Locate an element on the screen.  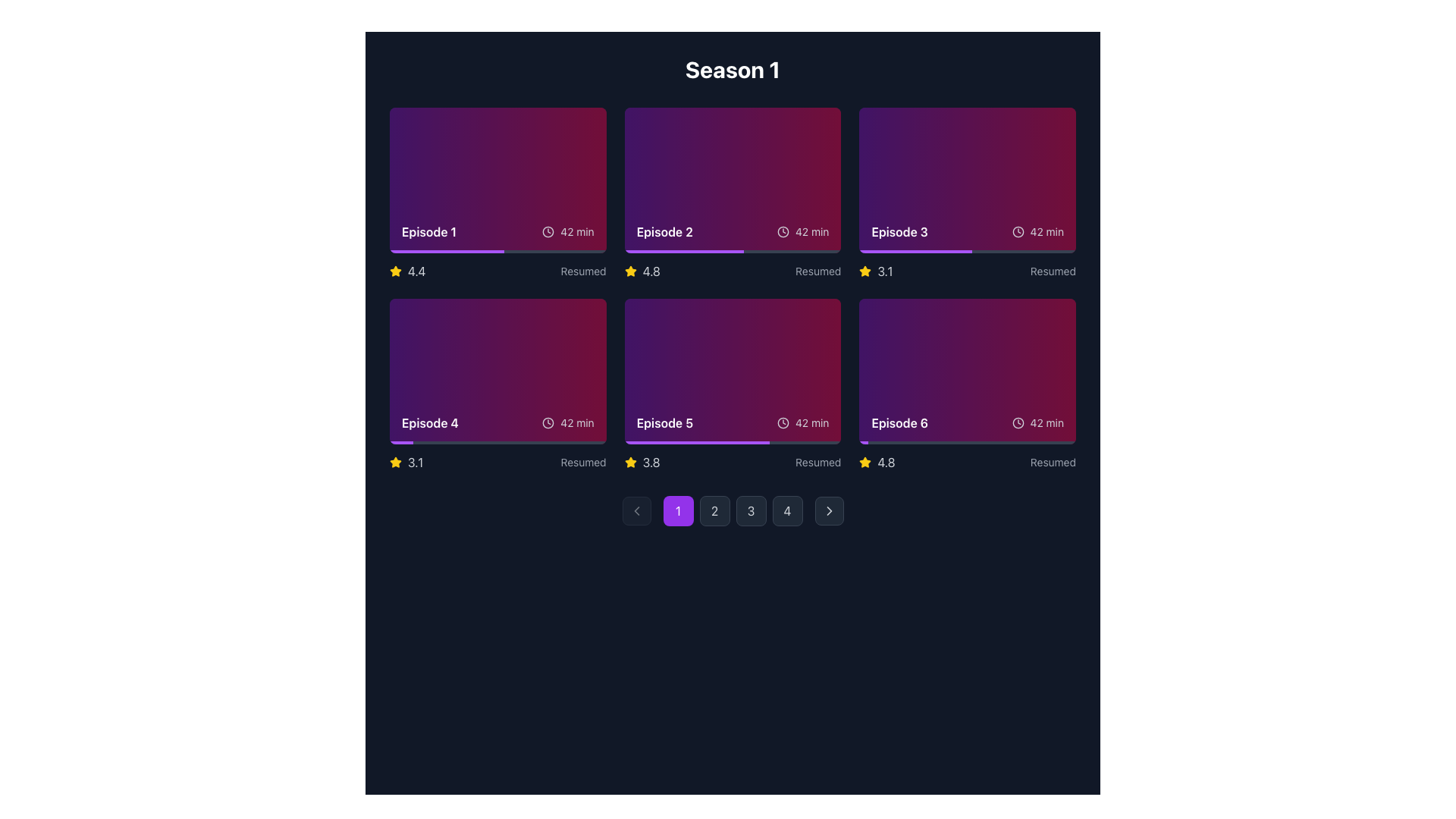
the text label displaying 'Episode 6' in bold white font is located at coordinates (899, 423).